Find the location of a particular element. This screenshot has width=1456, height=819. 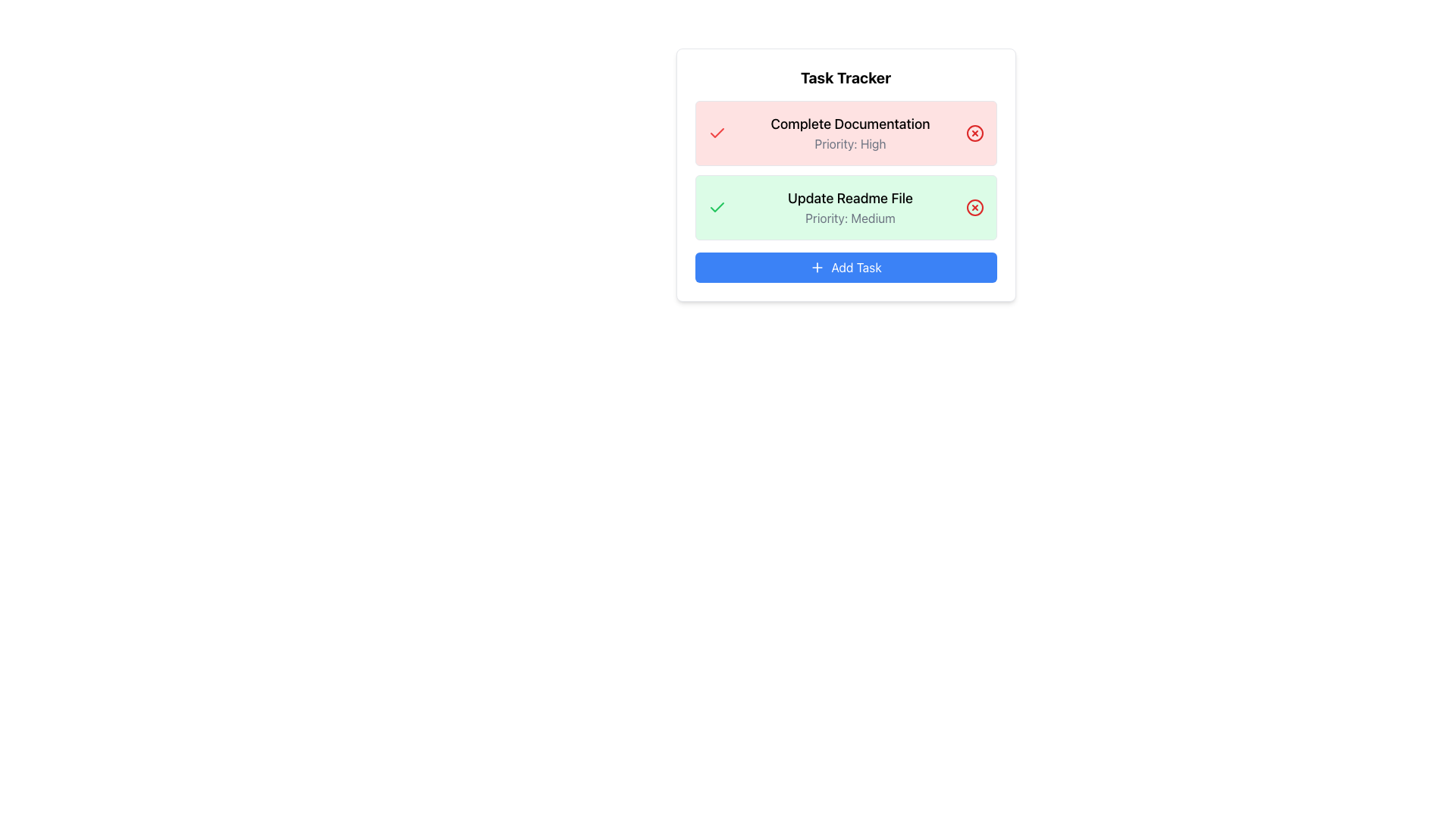

the red circular button with a cross symbol, located to the right of the 'Update Readme File' task entry is located at coordinates (974, 207).